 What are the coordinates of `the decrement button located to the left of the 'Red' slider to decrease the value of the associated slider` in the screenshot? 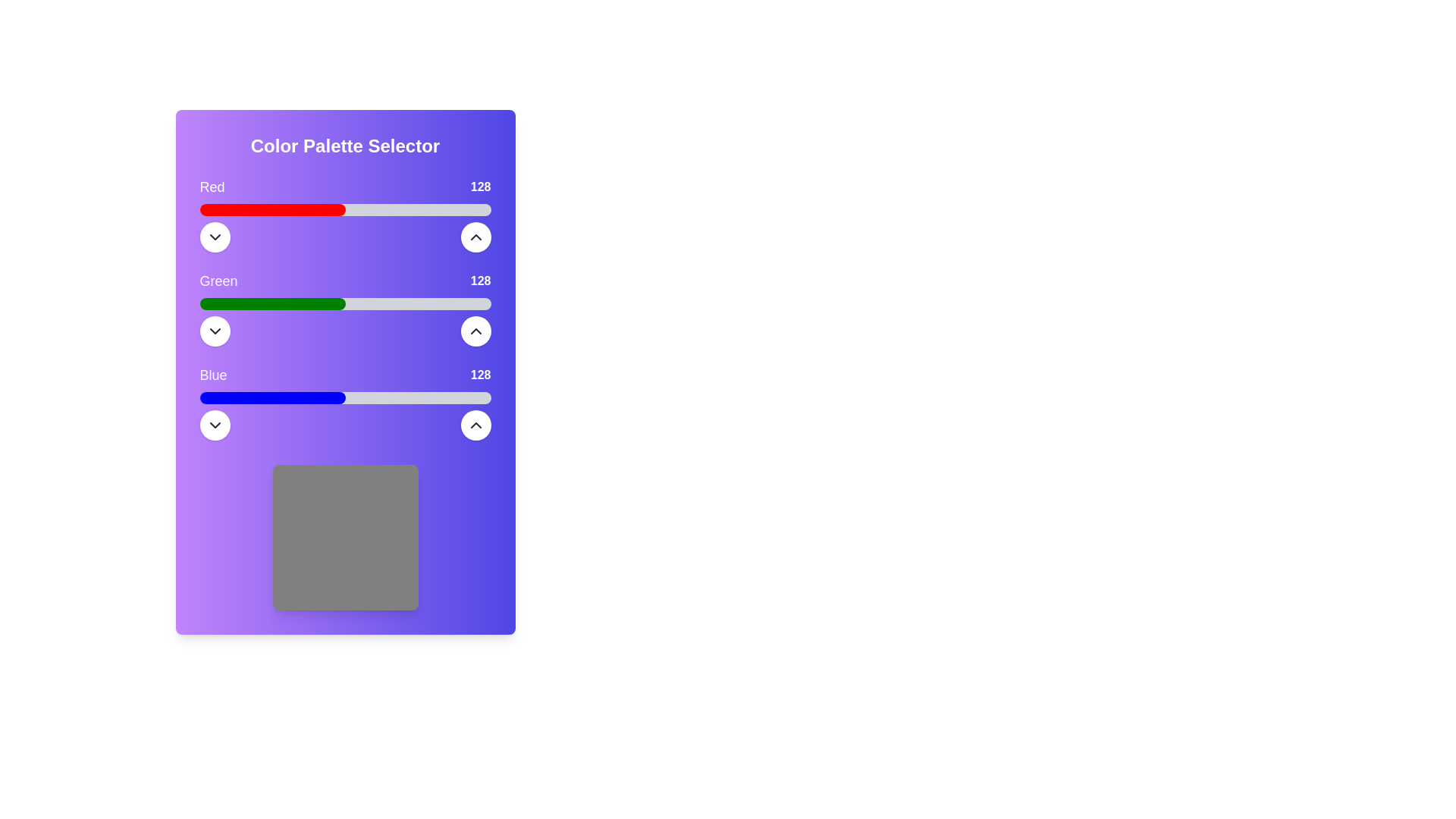 It's located at (214, 237).